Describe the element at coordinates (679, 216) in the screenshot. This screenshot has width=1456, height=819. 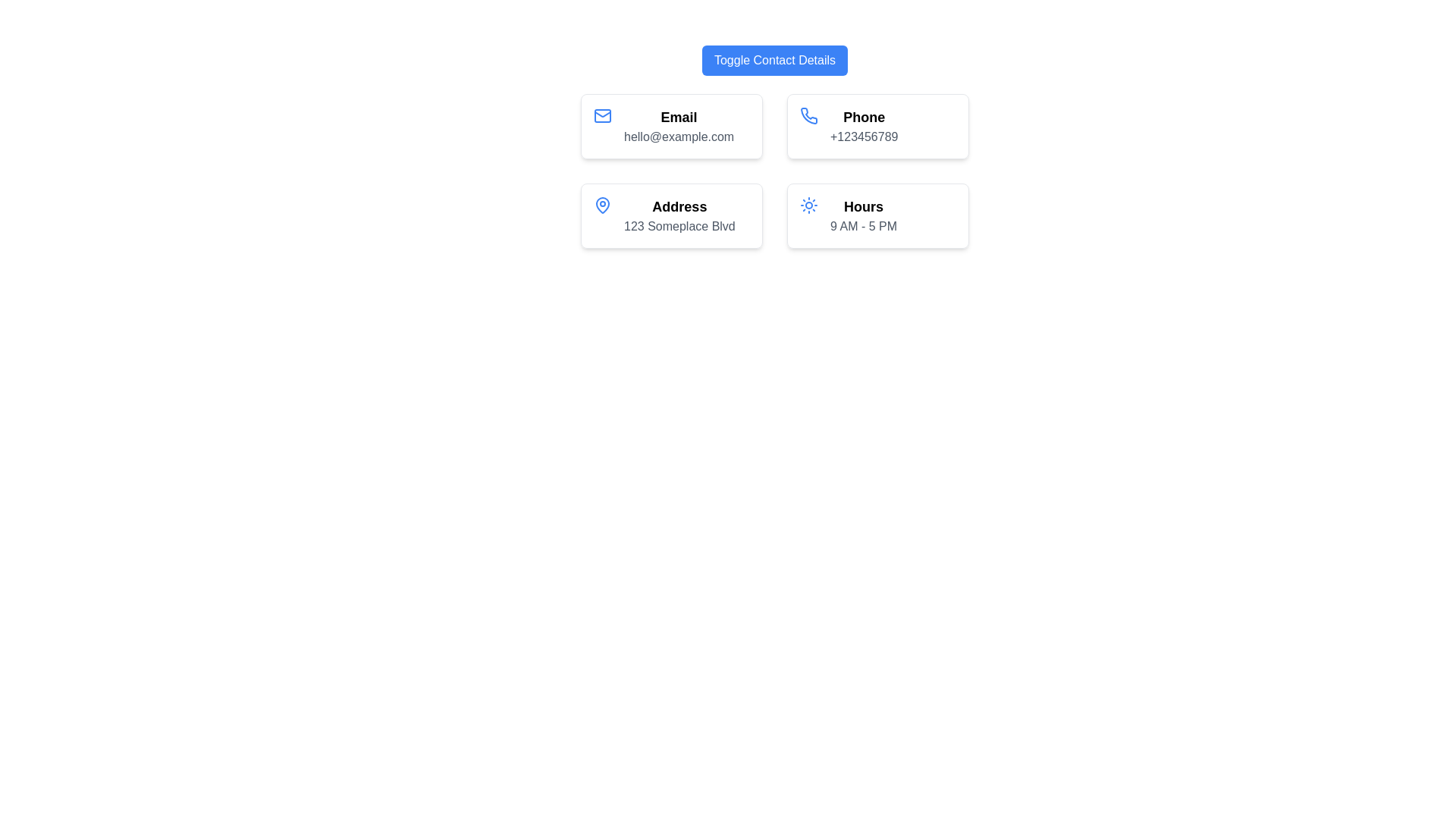
I see `the address summary text block located in the lower-left quadrant of a 2x2 grid of cards, specifically the second card in the first row` at that location.